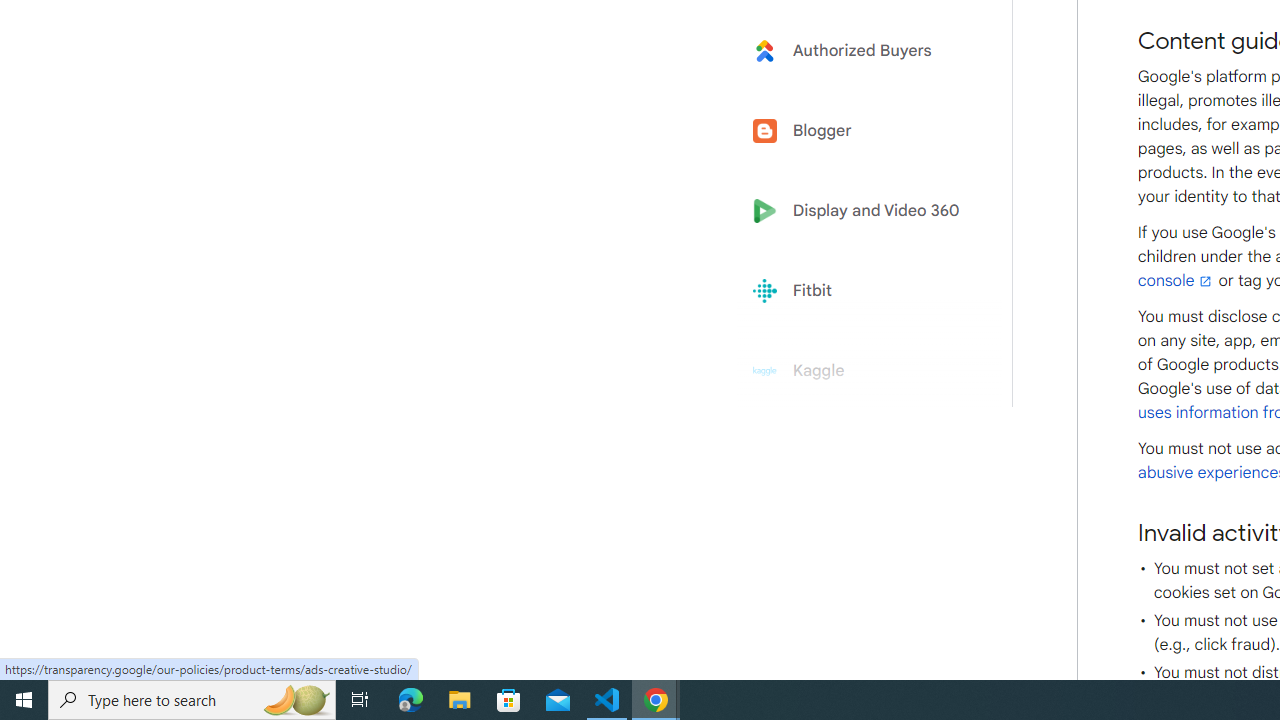  Describe the element at coordinates (862, 49) in the screenshot. I see `'Learn more about Authorized Buyers'` at that location.